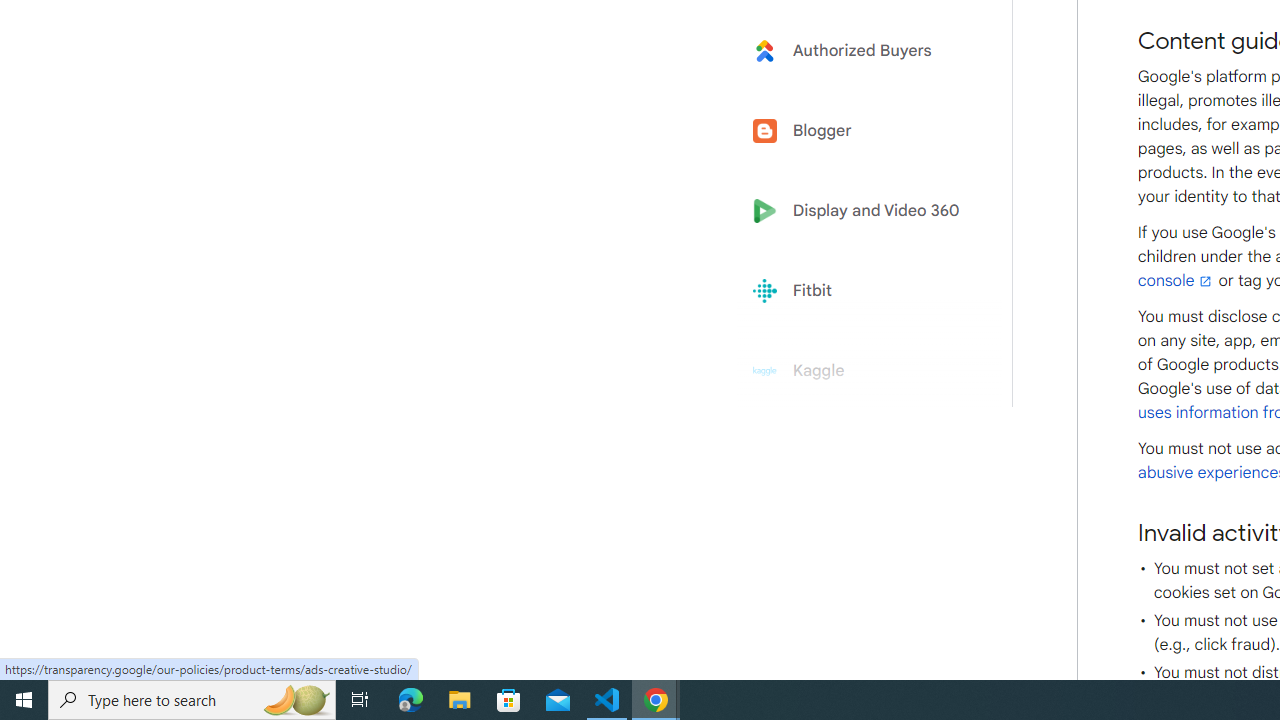  Describe the element at coordinates (862, 49) in the screenshot. I see `'Learn more about Authorized Buyers'` at that location.